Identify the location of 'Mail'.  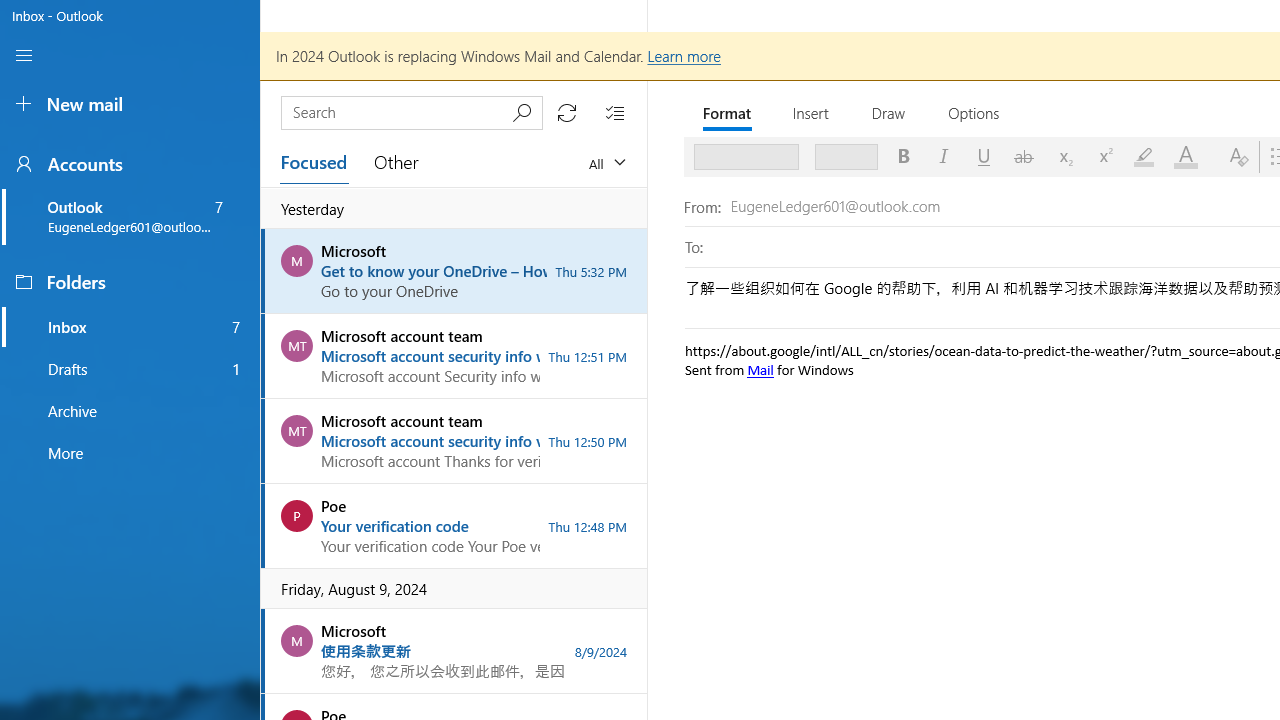
(759, 369).